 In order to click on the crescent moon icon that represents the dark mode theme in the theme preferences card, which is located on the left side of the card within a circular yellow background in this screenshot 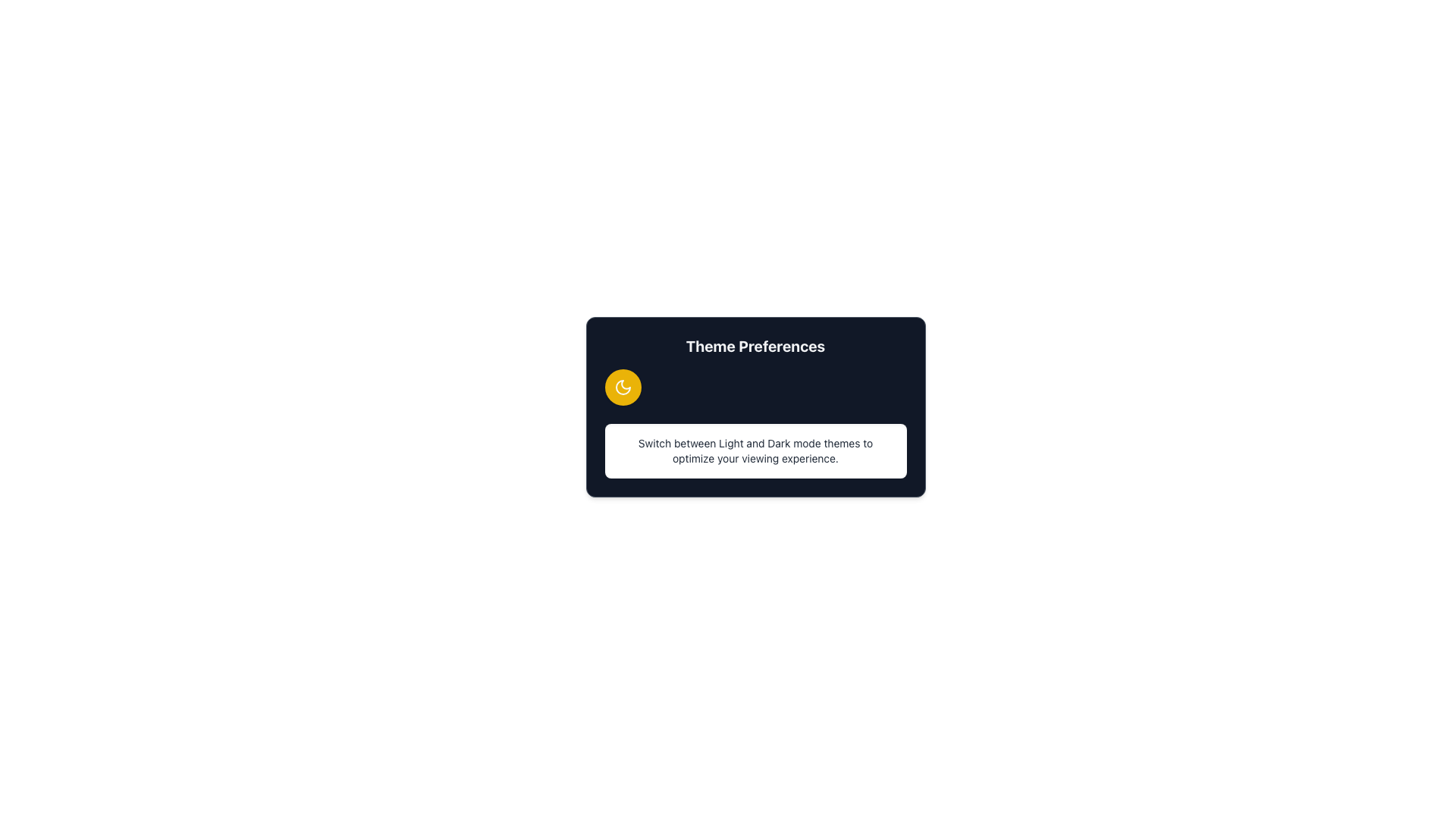, I will do `click(623, 386)`.